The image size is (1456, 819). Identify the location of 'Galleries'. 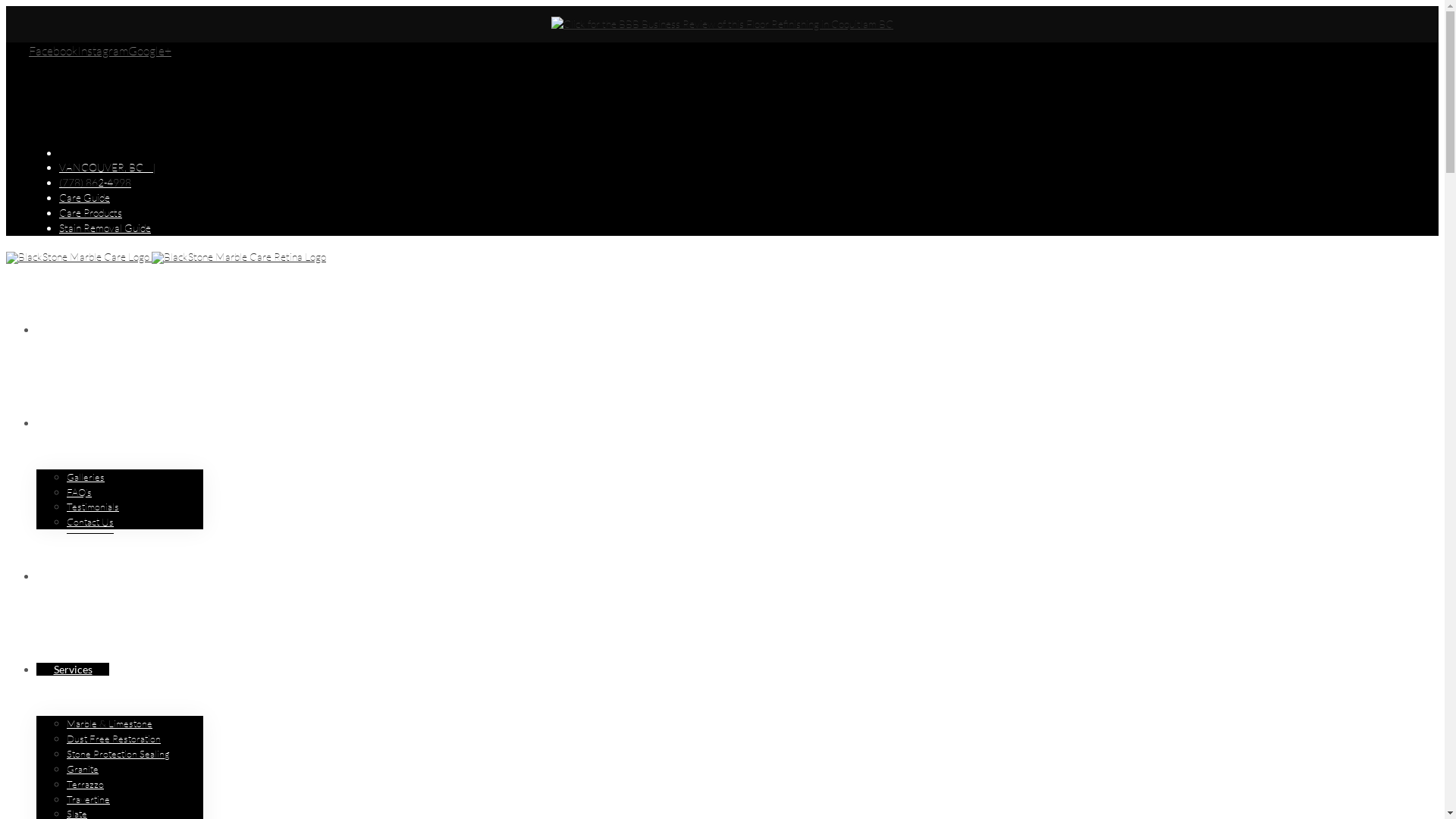
(85, 476).